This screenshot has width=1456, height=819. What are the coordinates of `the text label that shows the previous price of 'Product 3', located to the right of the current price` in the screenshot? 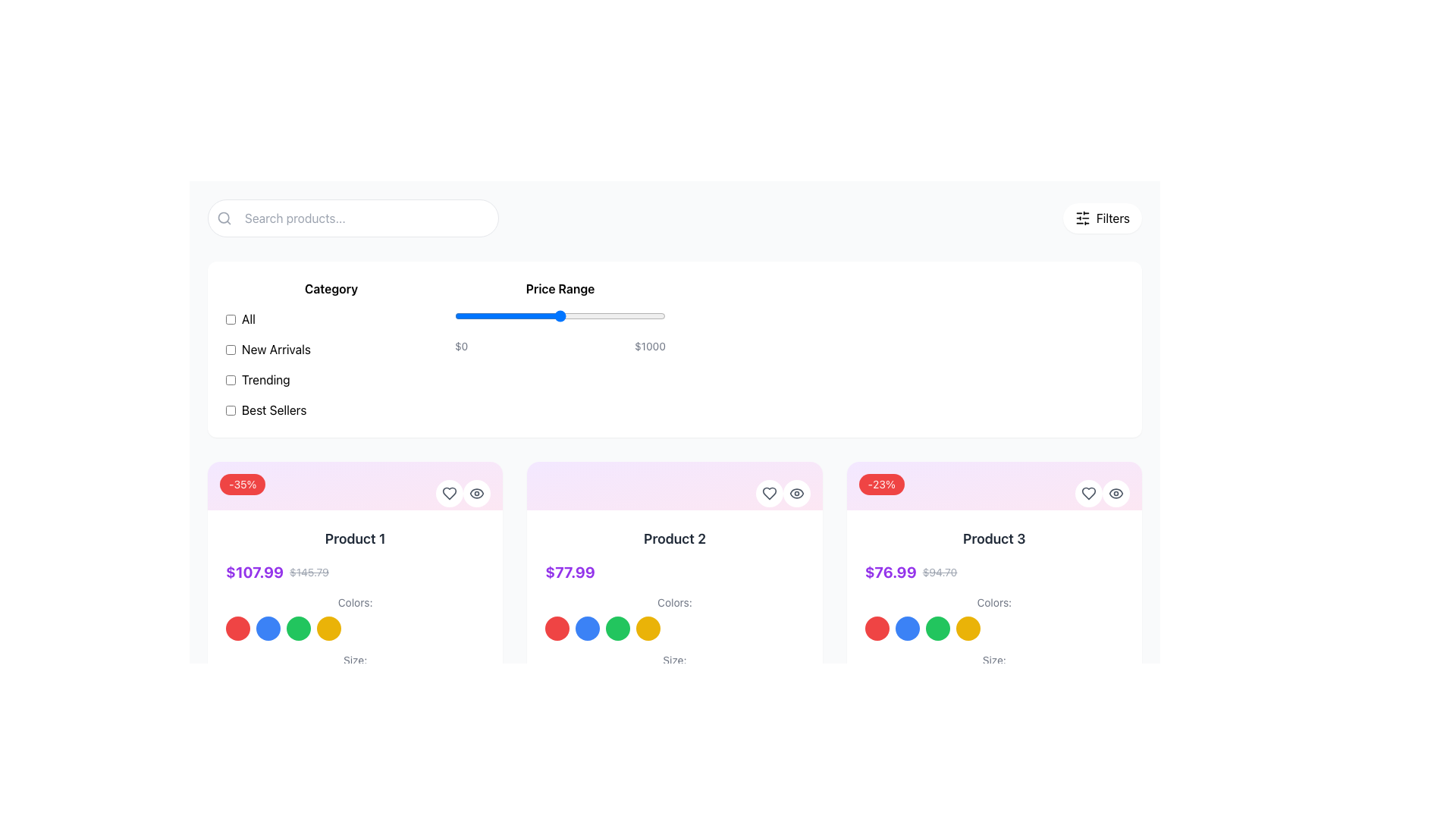 It's located at (939, 573).